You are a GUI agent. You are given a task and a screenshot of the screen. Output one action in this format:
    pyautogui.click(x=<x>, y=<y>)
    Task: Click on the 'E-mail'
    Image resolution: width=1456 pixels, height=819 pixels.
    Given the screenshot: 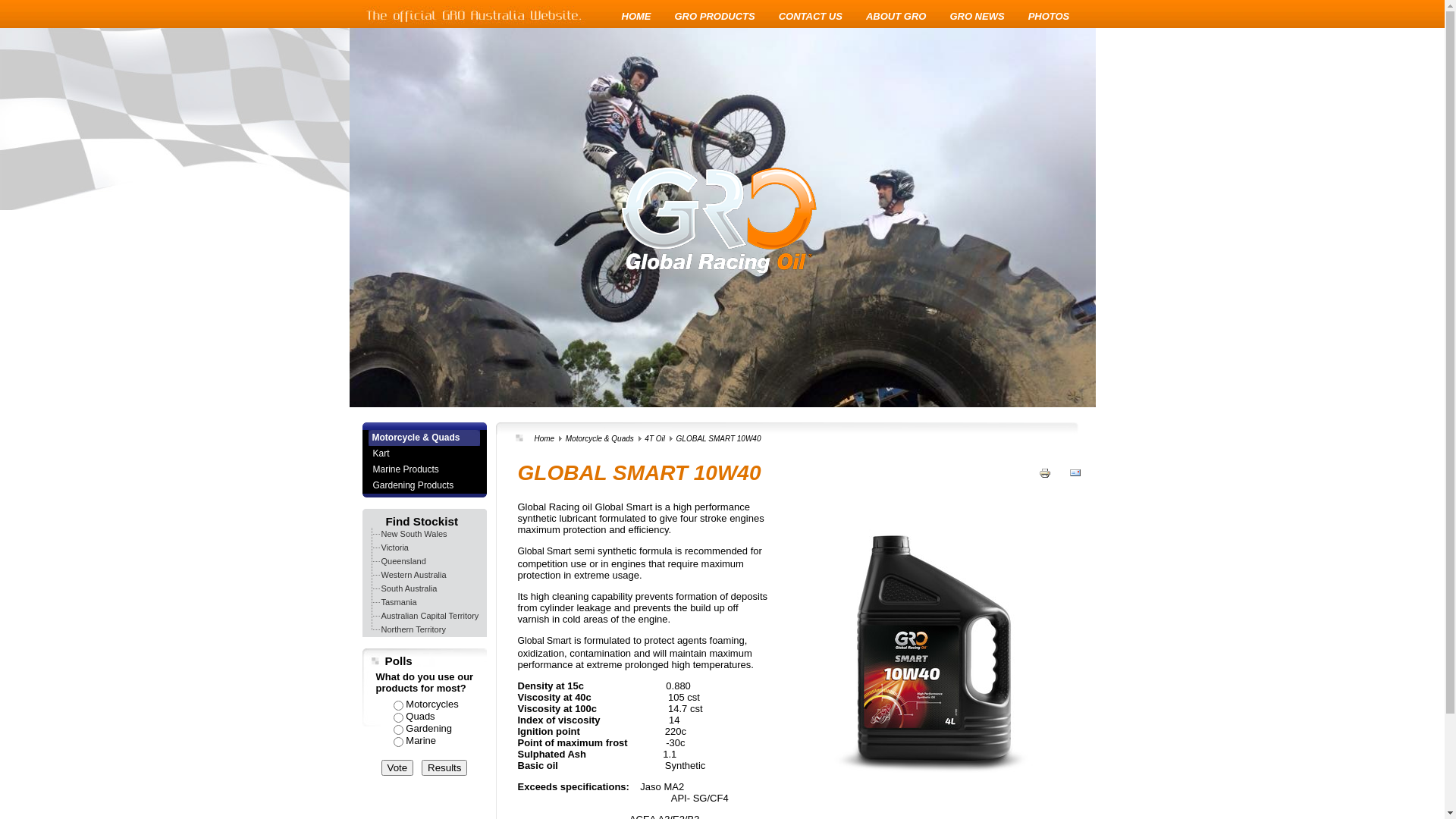 What is the action you would take?
    pyautogui.click(x=1074, y=483)
    